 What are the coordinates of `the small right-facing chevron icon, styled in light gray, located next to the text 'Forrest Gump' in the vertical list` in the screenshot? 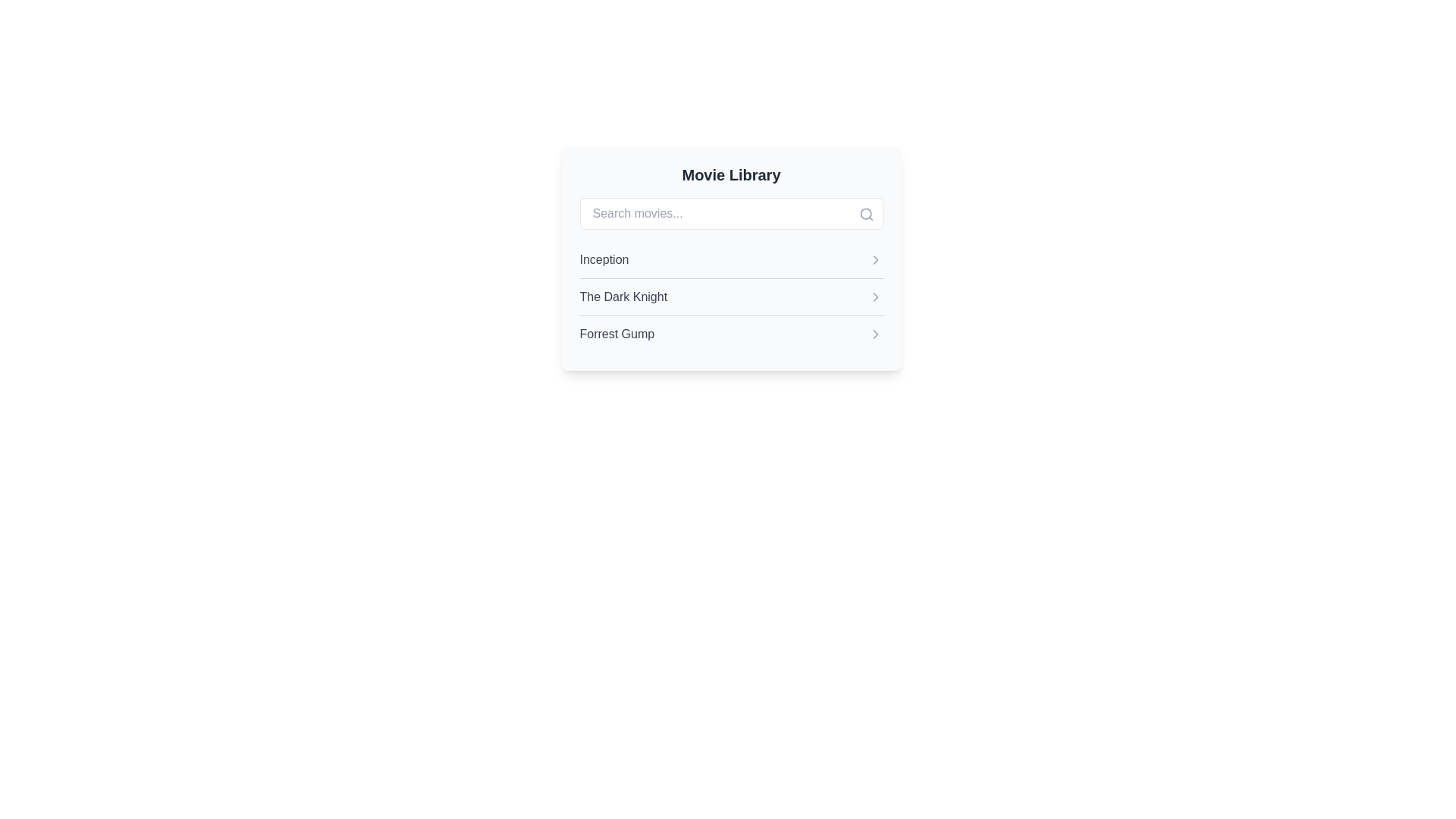 It's located at (875, 333).